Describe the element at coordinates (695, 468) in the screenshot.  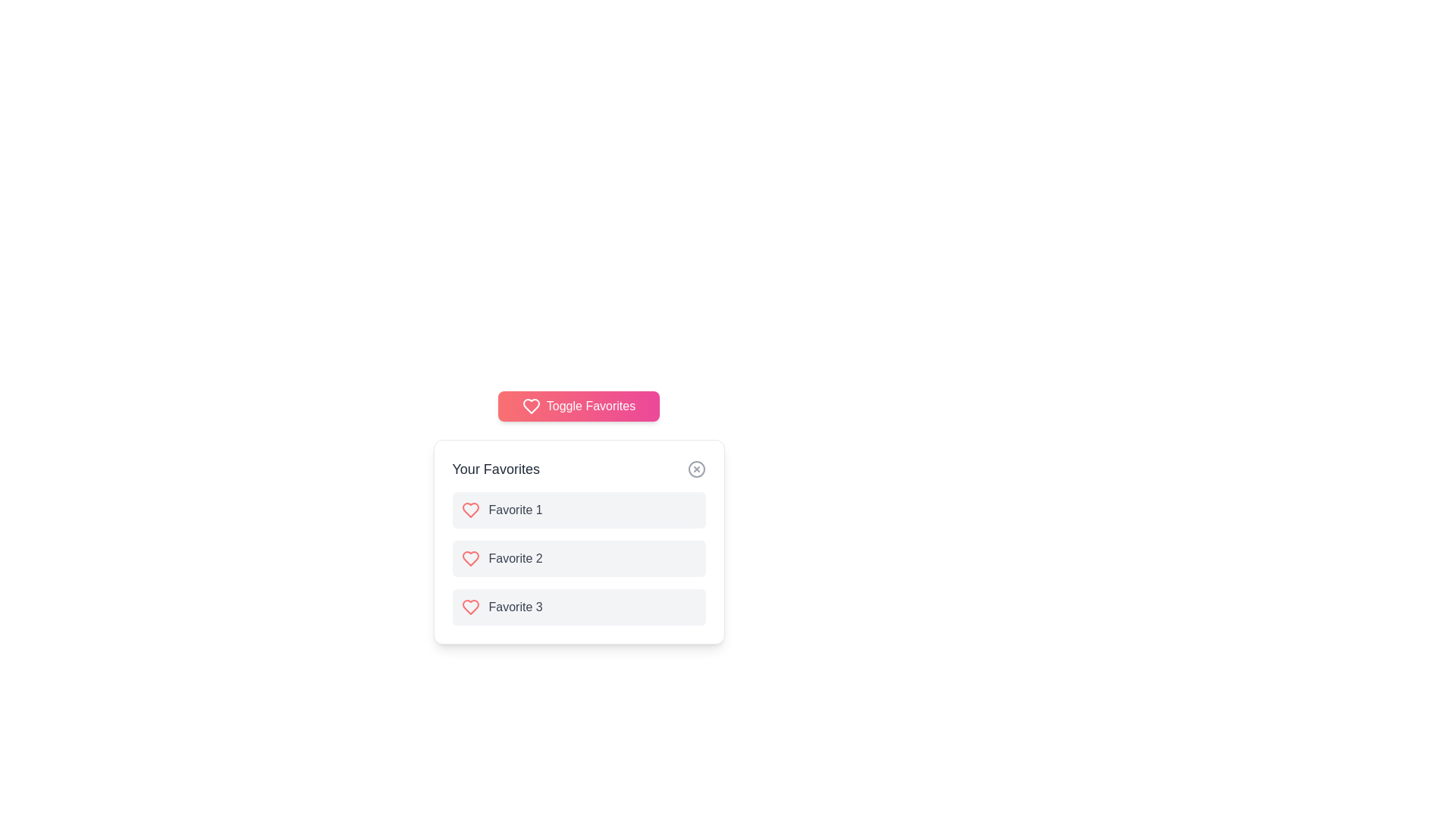
I see `the circular decorative element of the close-button icon located at the top-right corner of the favorites list to perform the close action` at that location.